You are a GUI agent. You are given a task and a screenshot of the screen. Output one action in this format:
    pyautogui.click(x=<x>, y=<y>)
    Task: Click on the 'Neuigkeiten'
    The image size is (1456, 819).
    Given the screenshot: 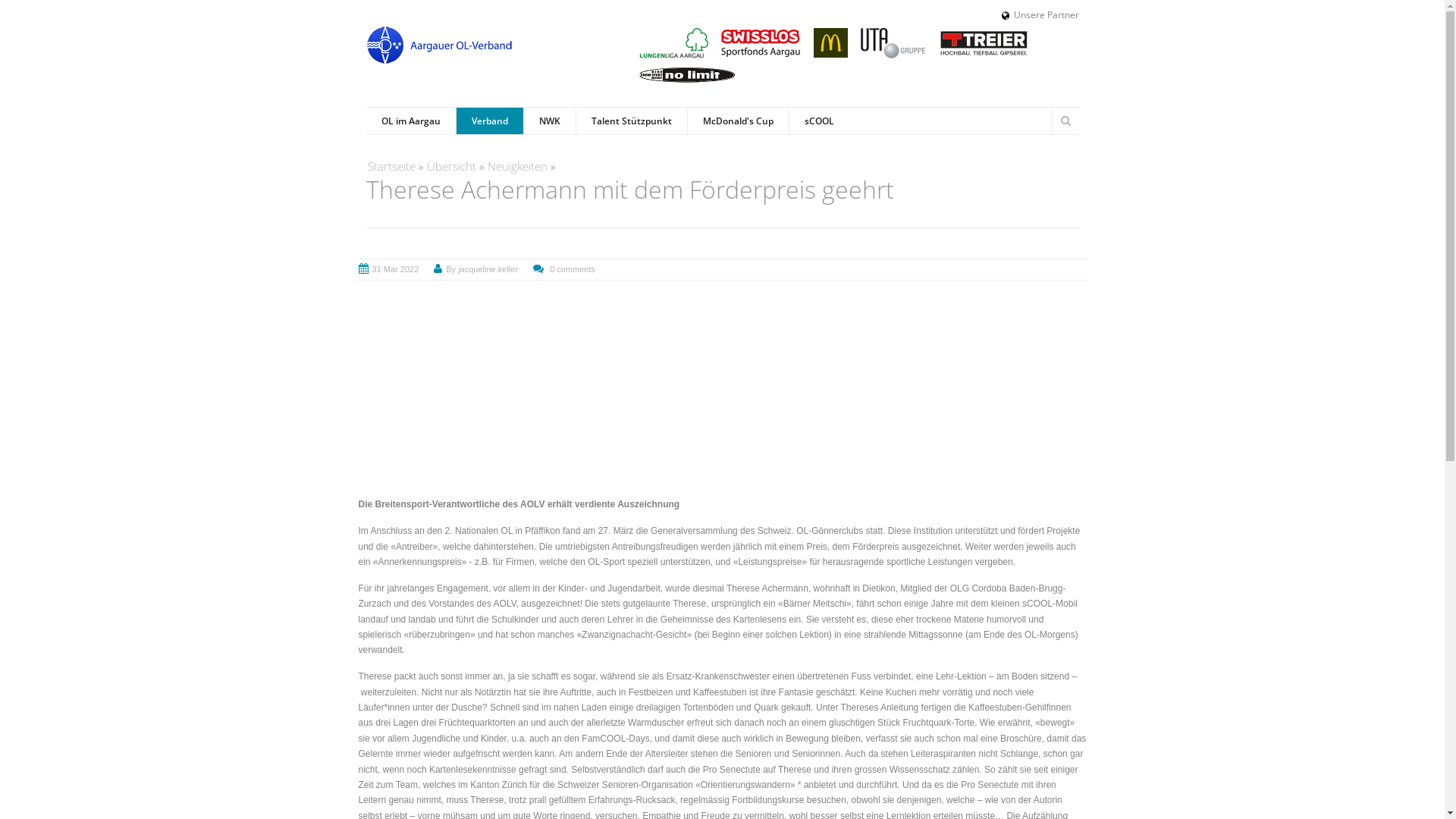 What is the action you would take?
    pyautogui.click(x=516, y=166)
    